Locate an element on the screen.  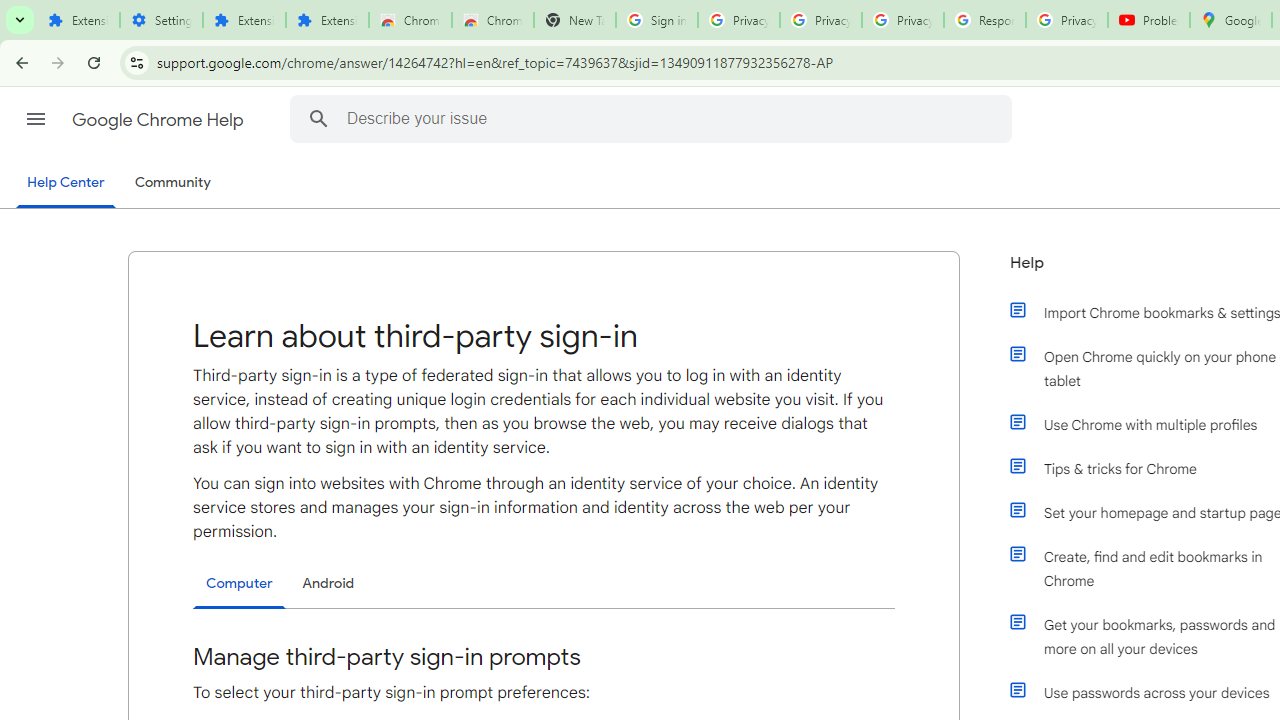
'Describe your issue' is located at coordinates (654, 118).